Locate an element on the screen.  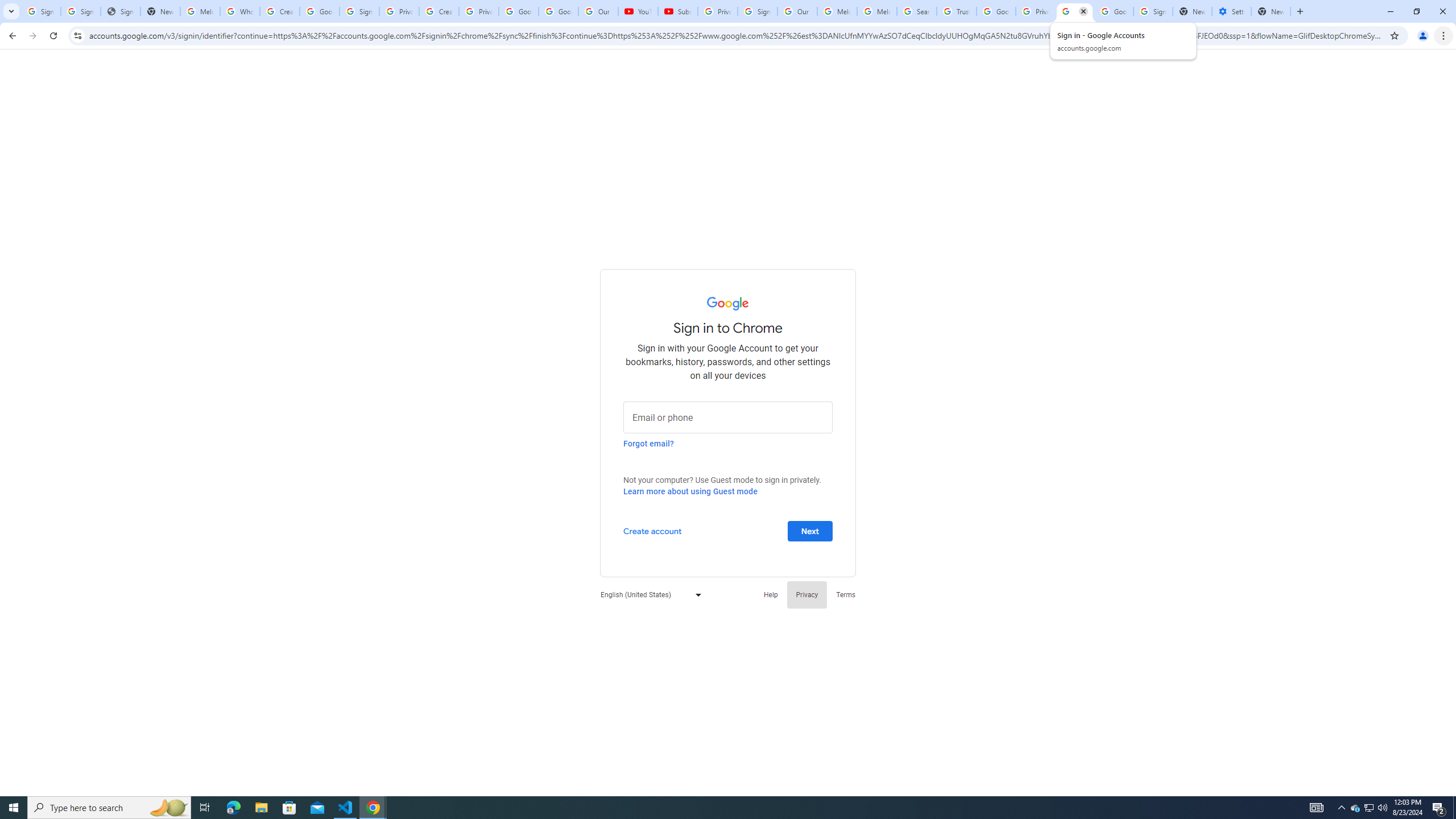
'New Tab' is located at coordinates (1270, 11).